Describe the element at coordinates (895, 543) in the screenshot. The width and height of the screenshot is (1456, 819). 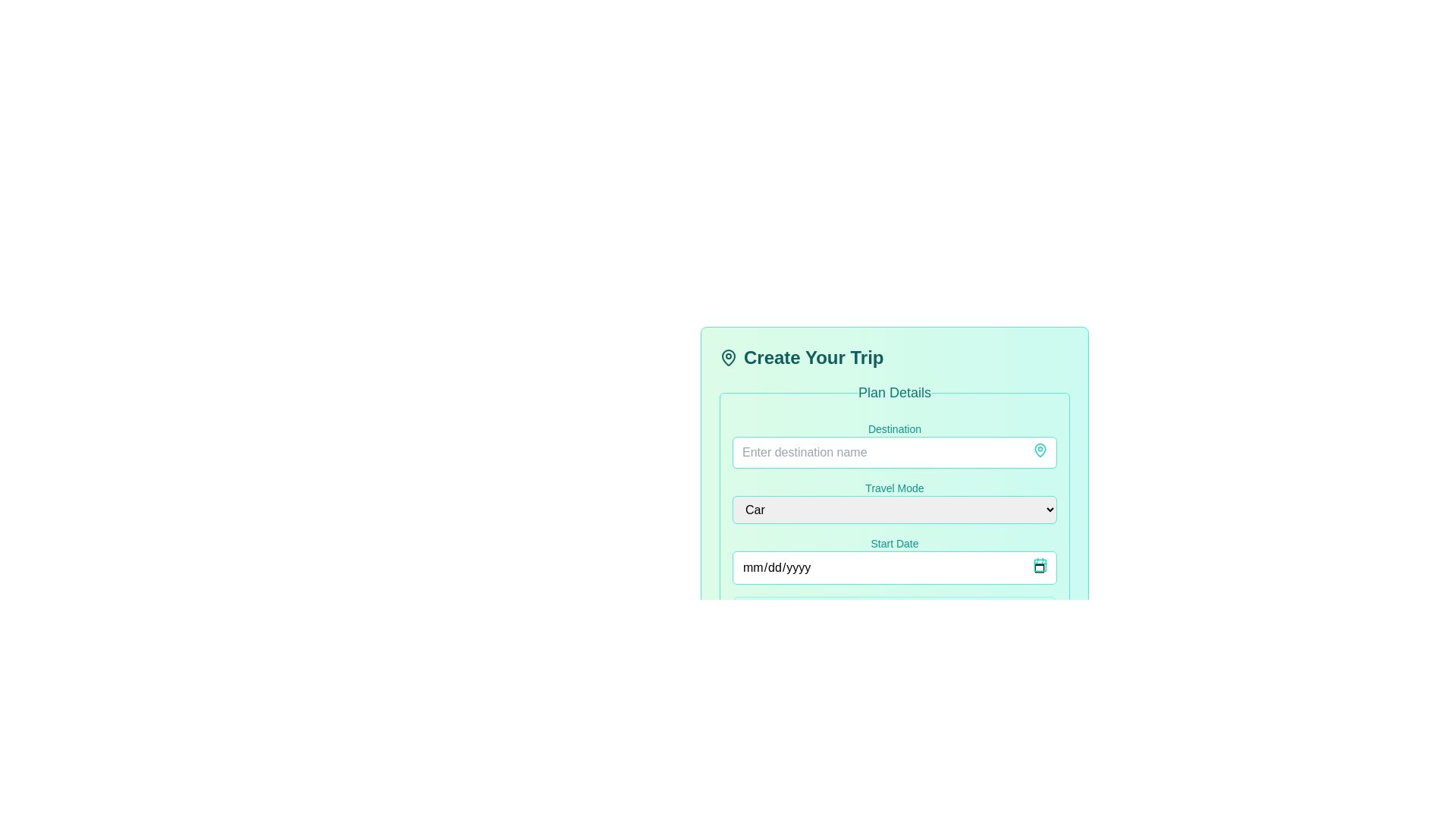
I see `the 'Start Date' text label which is styled with a medium-sized, teal-colored font, located in the 'Create Your Trip' form under the 'Plan Details' section, positioned above the date input field and adjacent to a calendar icon` at that location.